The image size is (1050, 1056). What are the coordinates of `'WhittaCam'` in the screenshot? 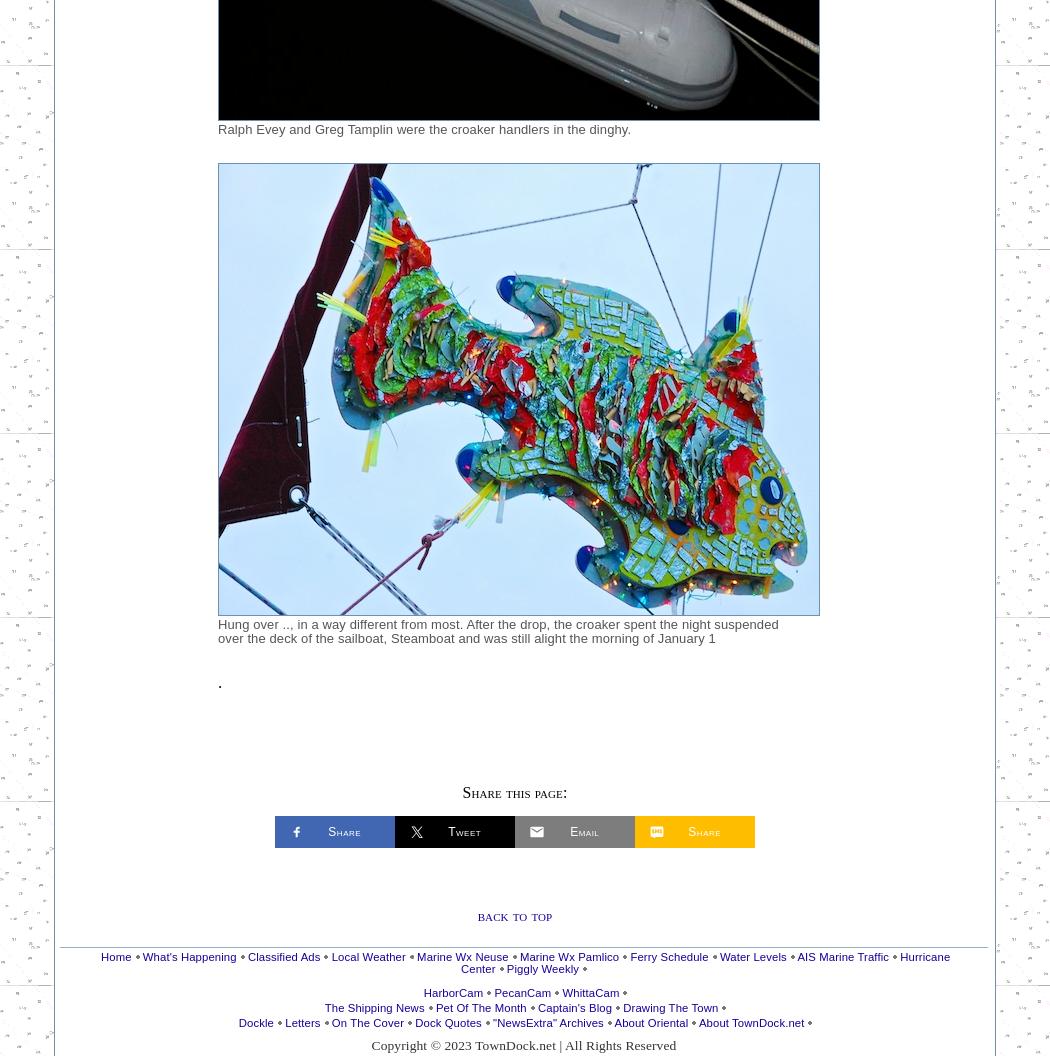 It's located at (561, 991).